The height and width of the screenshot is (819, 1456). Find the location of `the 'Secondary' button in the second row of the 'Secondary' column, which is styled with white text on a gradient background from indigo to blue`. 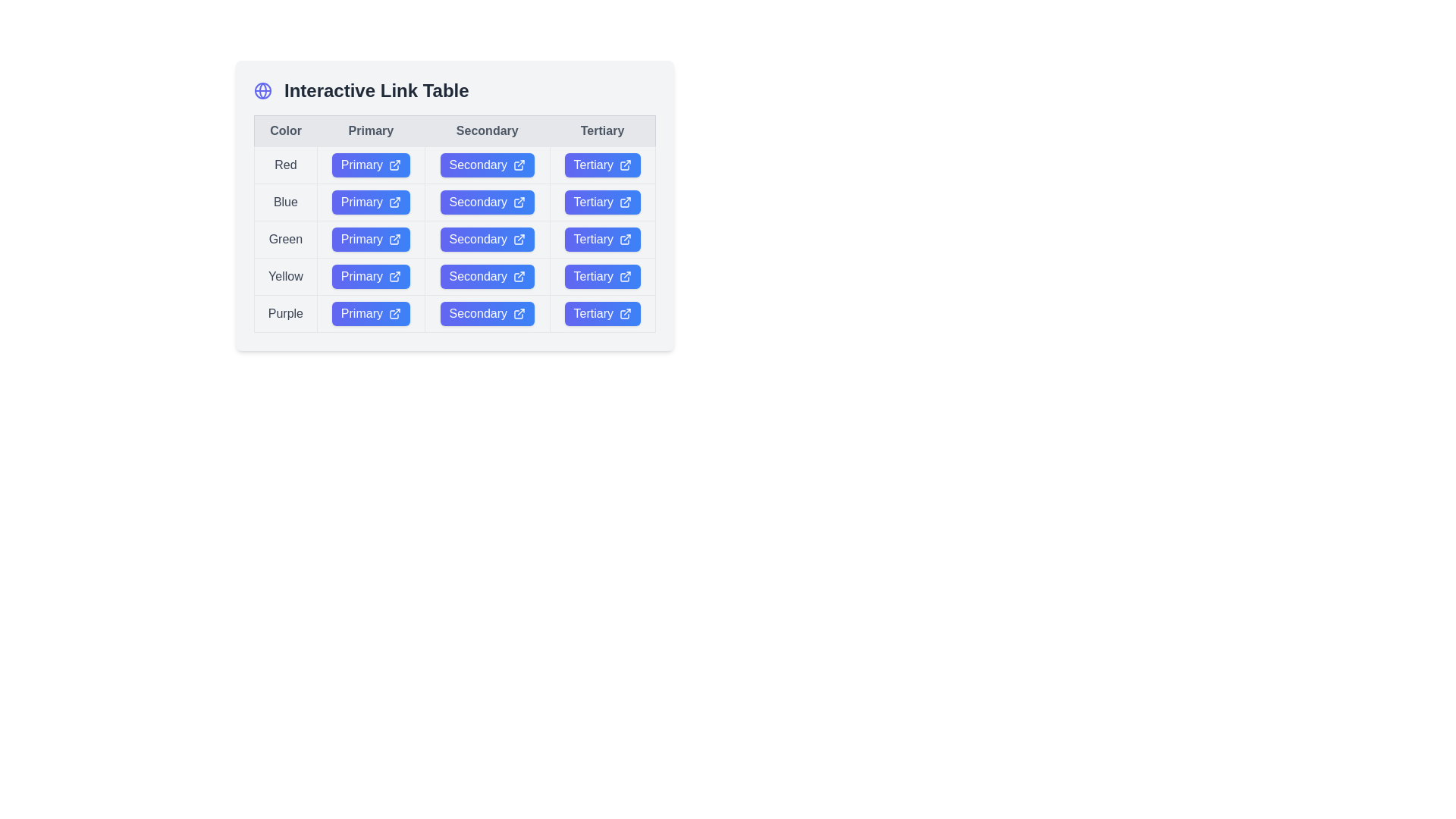

the 'Secondary' button in the second row of the 'Secondary' column, which is styled with white text on a gradient background from indigo to blue is located at coordinates (477, 165).